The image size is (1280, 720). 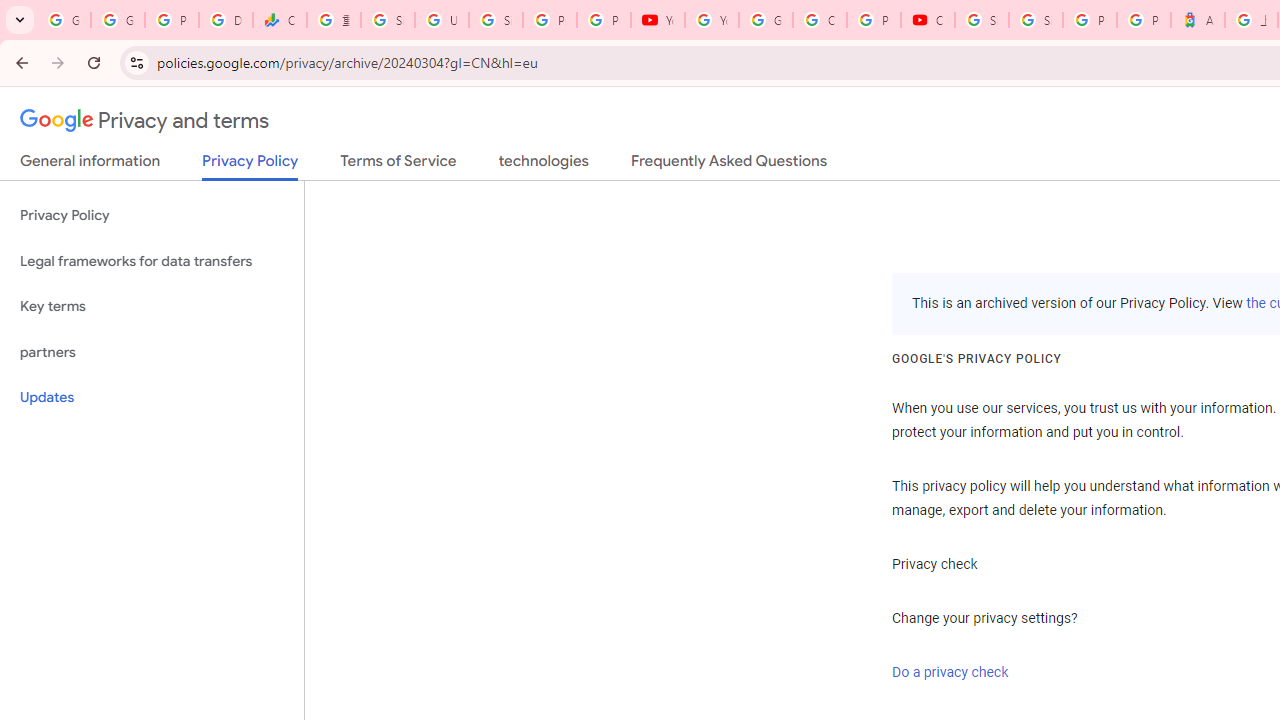 I want to click on 'Frequently Asked Questions', so click(x=727, y=164).